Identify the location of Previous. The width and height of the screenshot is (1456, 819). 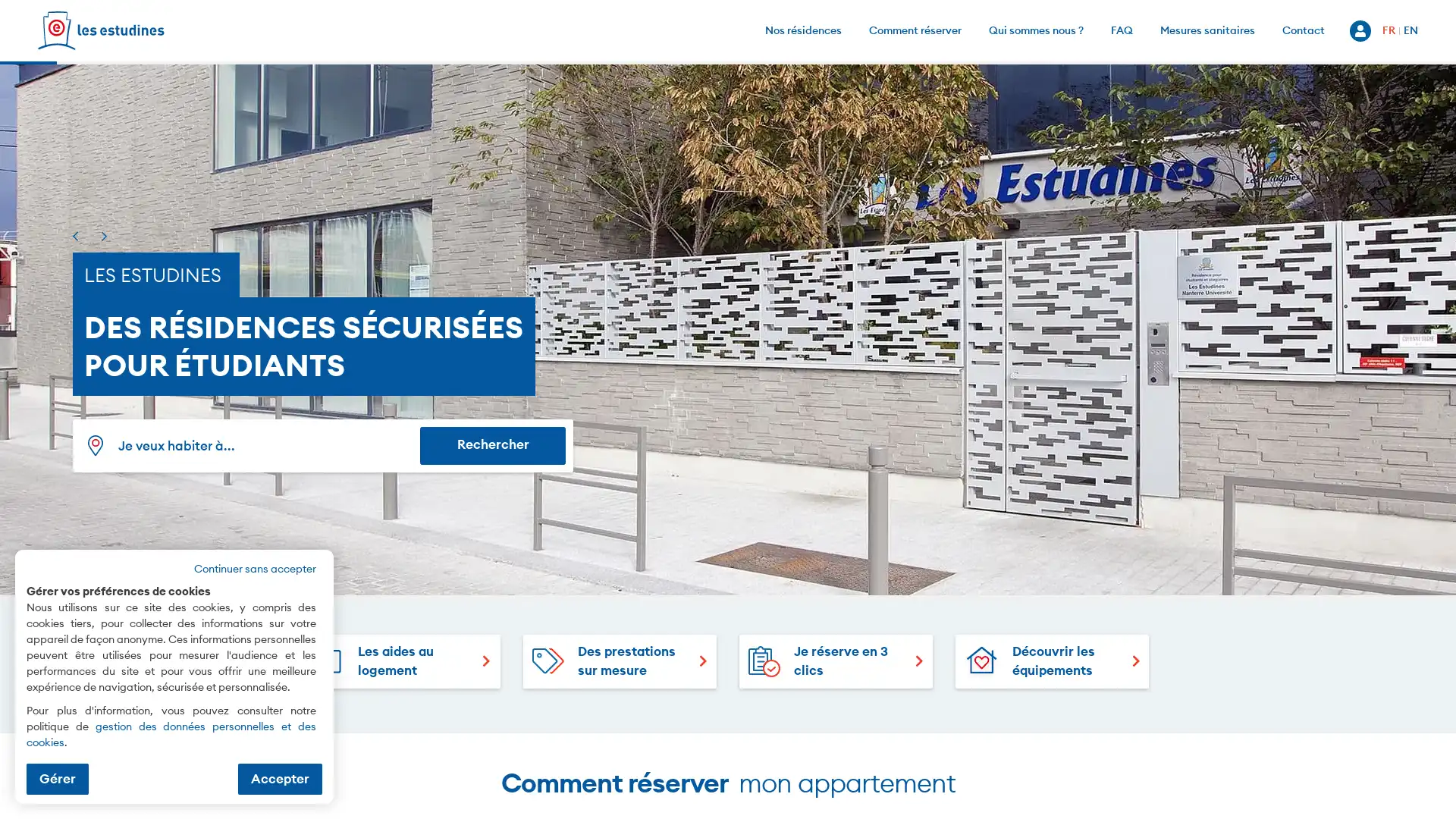
(74, 236).